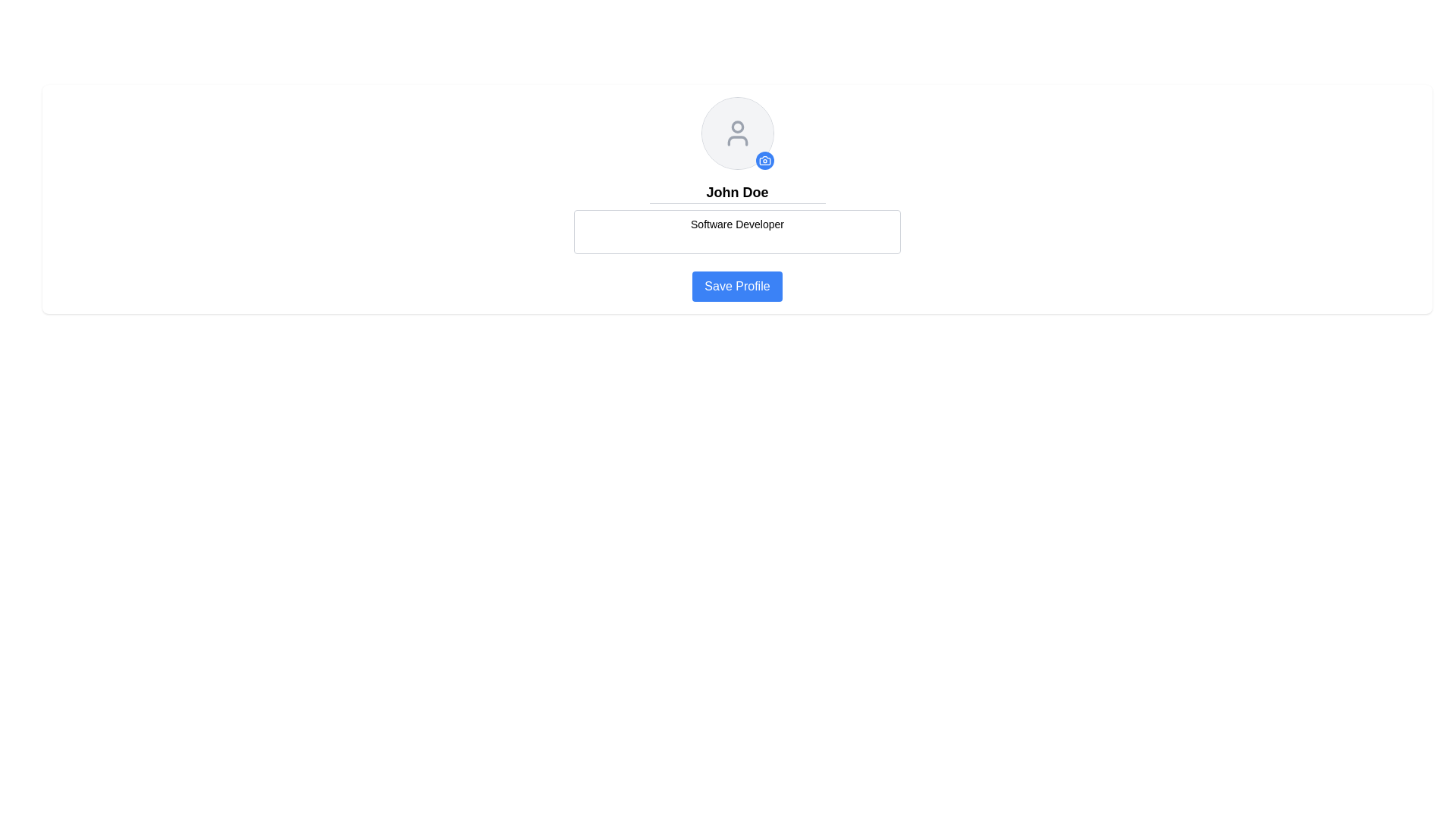 This screenshot has width=1456, height=819. I want to click on the user profile picture icon located at the center top of the interface, within a circular placeholder, so click(737, 133).